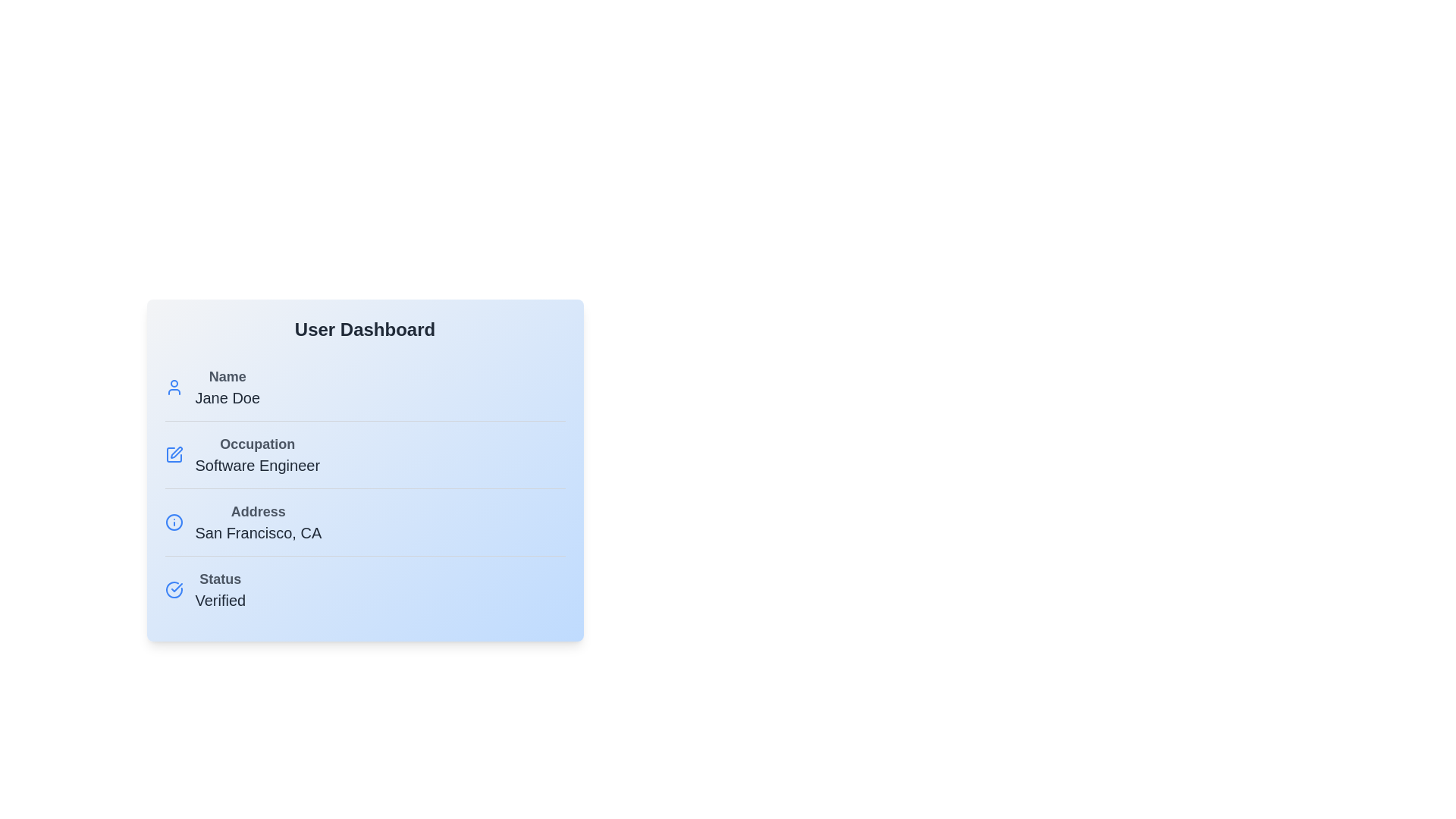  Describe the element at coordinates (257, 444) in the screenshot. I see `the Text Label indicating the user's occupation, which is positioned between the 'Name' and 'Address' sections in the user information panel` at that location.